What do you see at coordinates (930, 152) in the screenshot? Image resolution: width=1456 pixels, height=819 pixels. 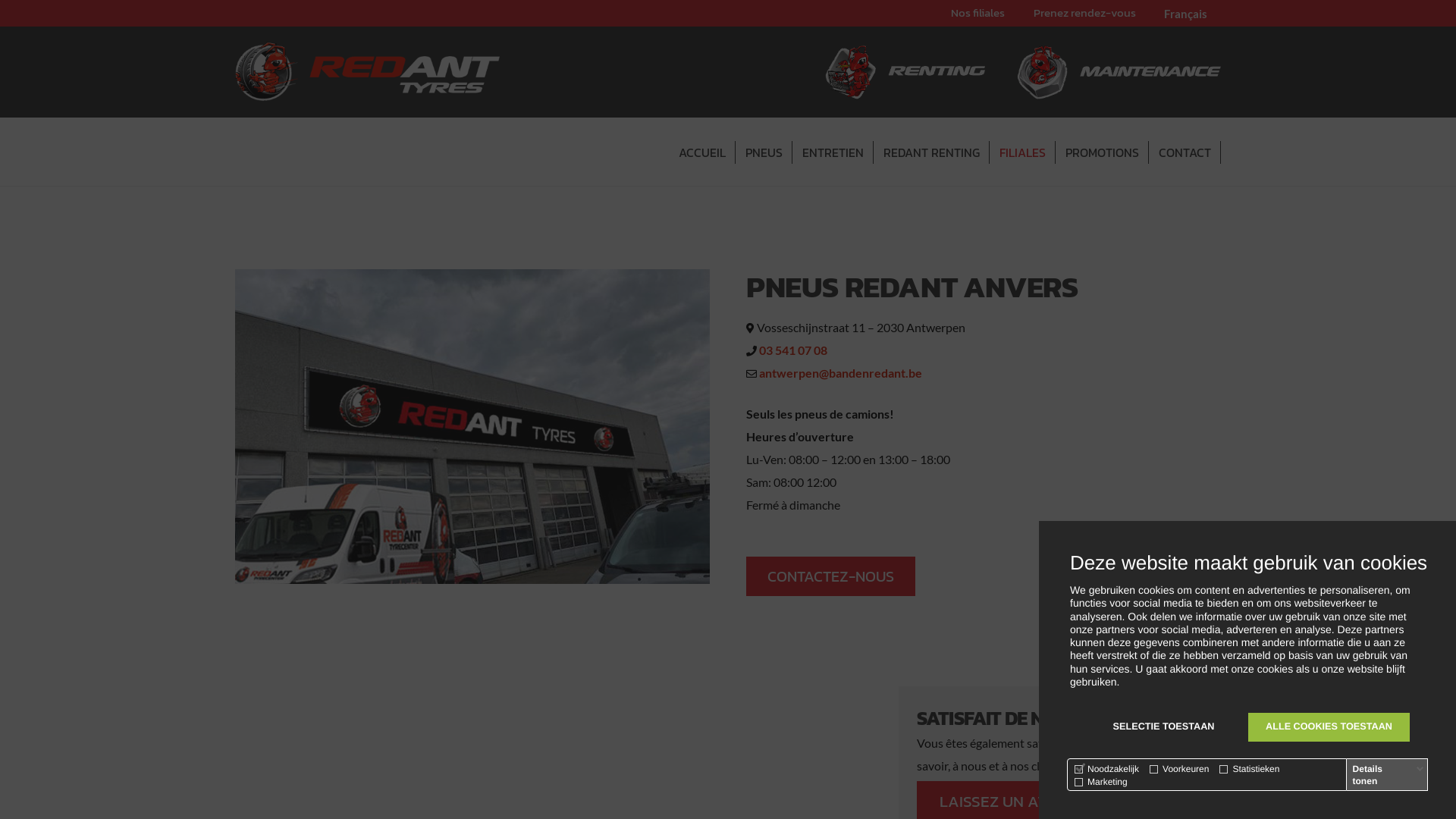 I see `'REDANT RENTING'` at bounding box center [930, 152].